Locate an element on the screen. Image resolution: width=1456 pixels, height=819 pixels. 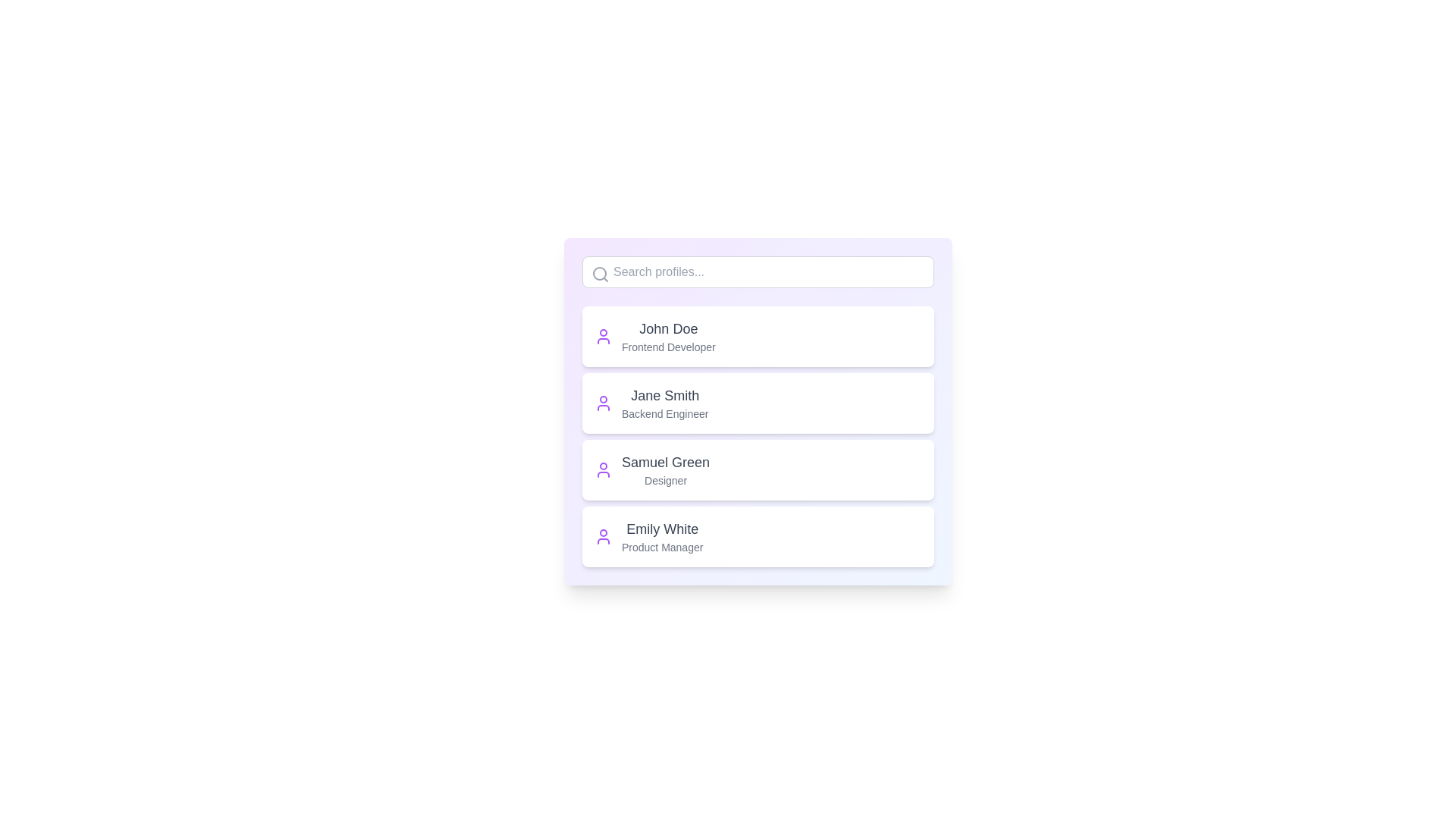
the Text Label providing additional information about the role or title associated with the user profile, located beneath the 'John Doe' text in the first profile card is located at coordinates (667, 347).